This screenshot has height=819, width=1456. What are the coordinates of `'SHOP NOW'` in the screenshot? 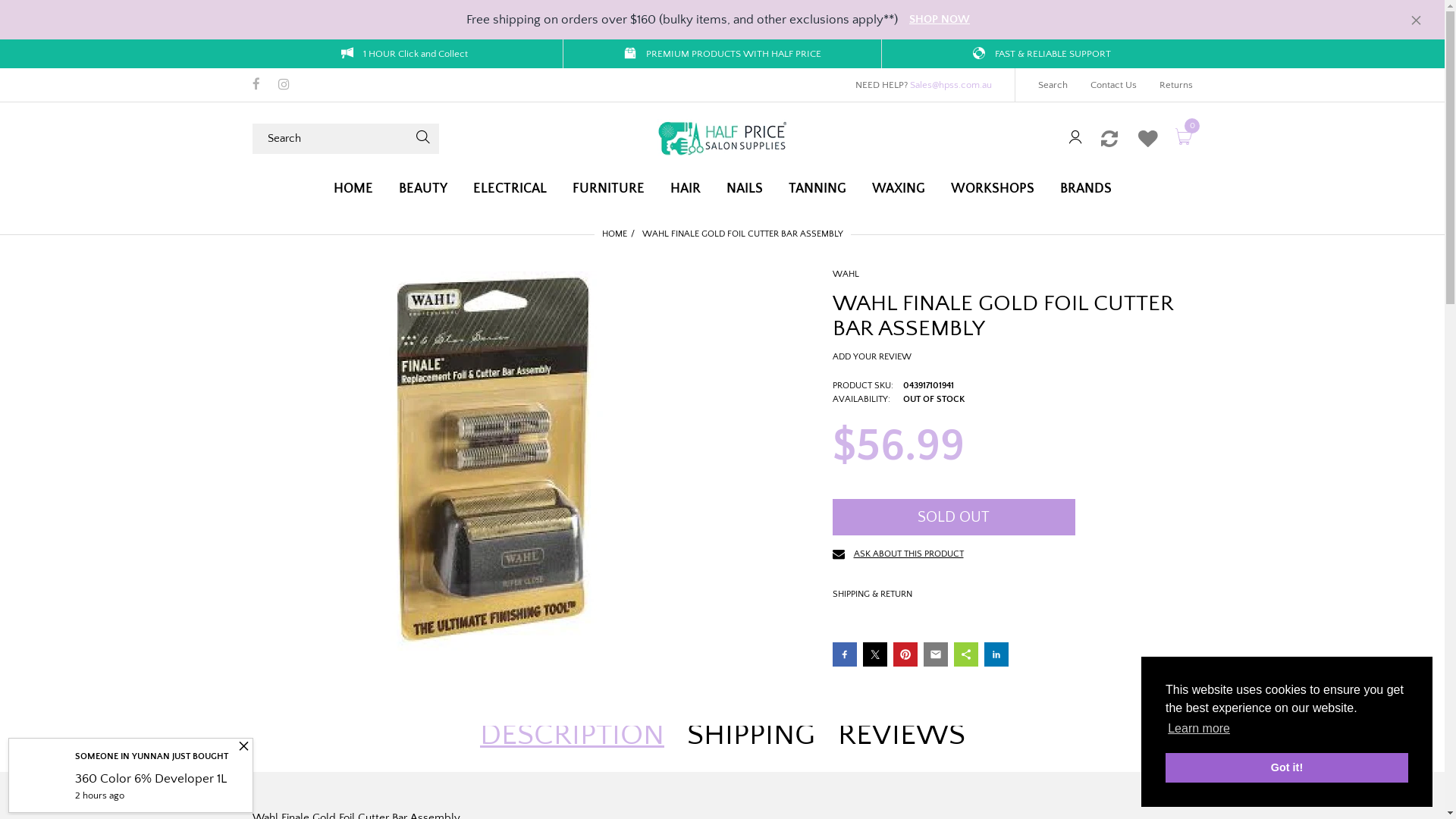 It's located at (901, 20).